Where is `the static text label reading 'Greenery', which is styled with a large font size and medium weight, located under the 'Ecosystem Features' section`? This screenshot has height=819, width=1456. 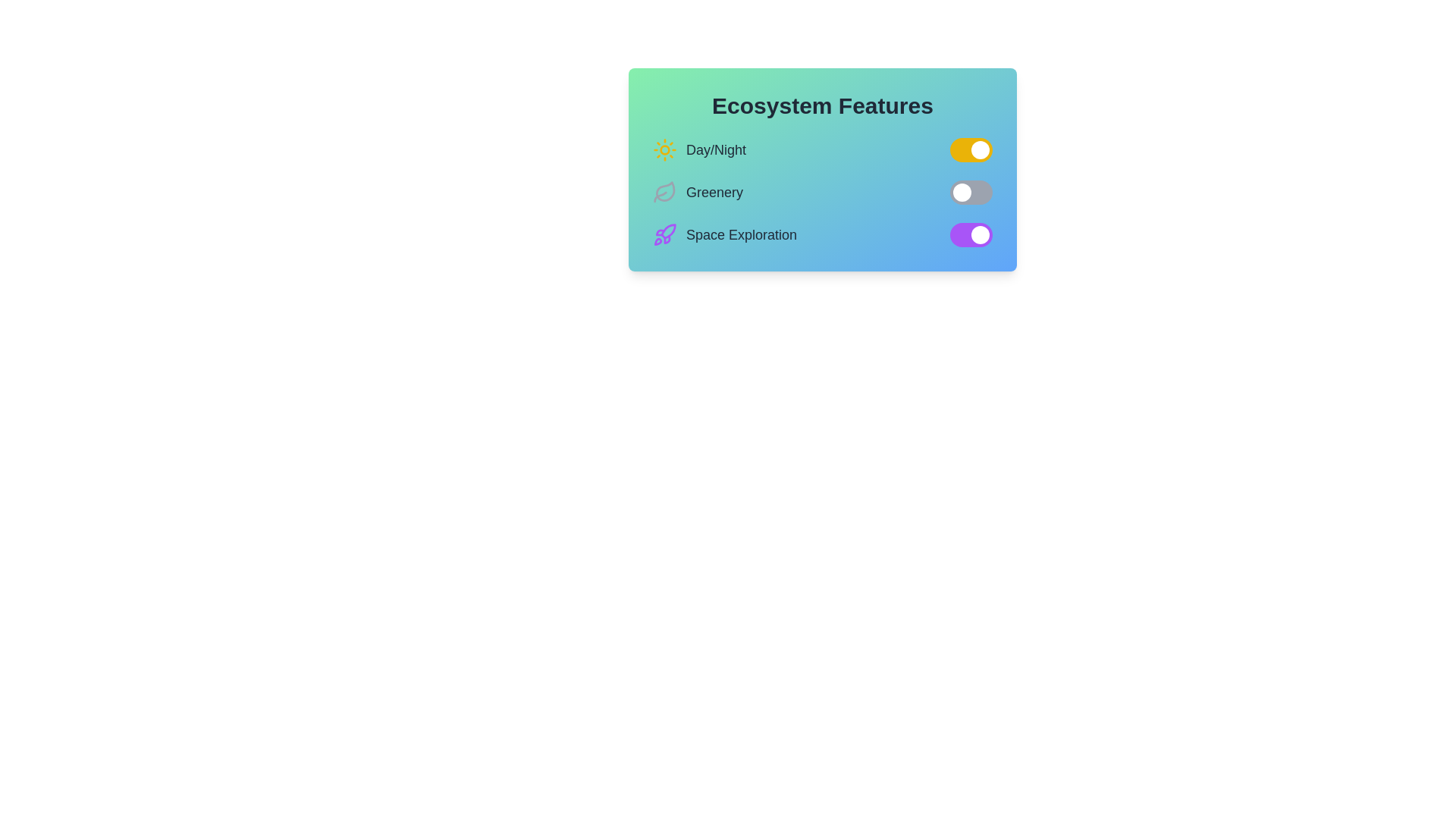
the static text label reading 'Greenery', which is styled with a large font size and medium weight, located under the 'Ecosystem Features' section is located at coordinates (714, 192).